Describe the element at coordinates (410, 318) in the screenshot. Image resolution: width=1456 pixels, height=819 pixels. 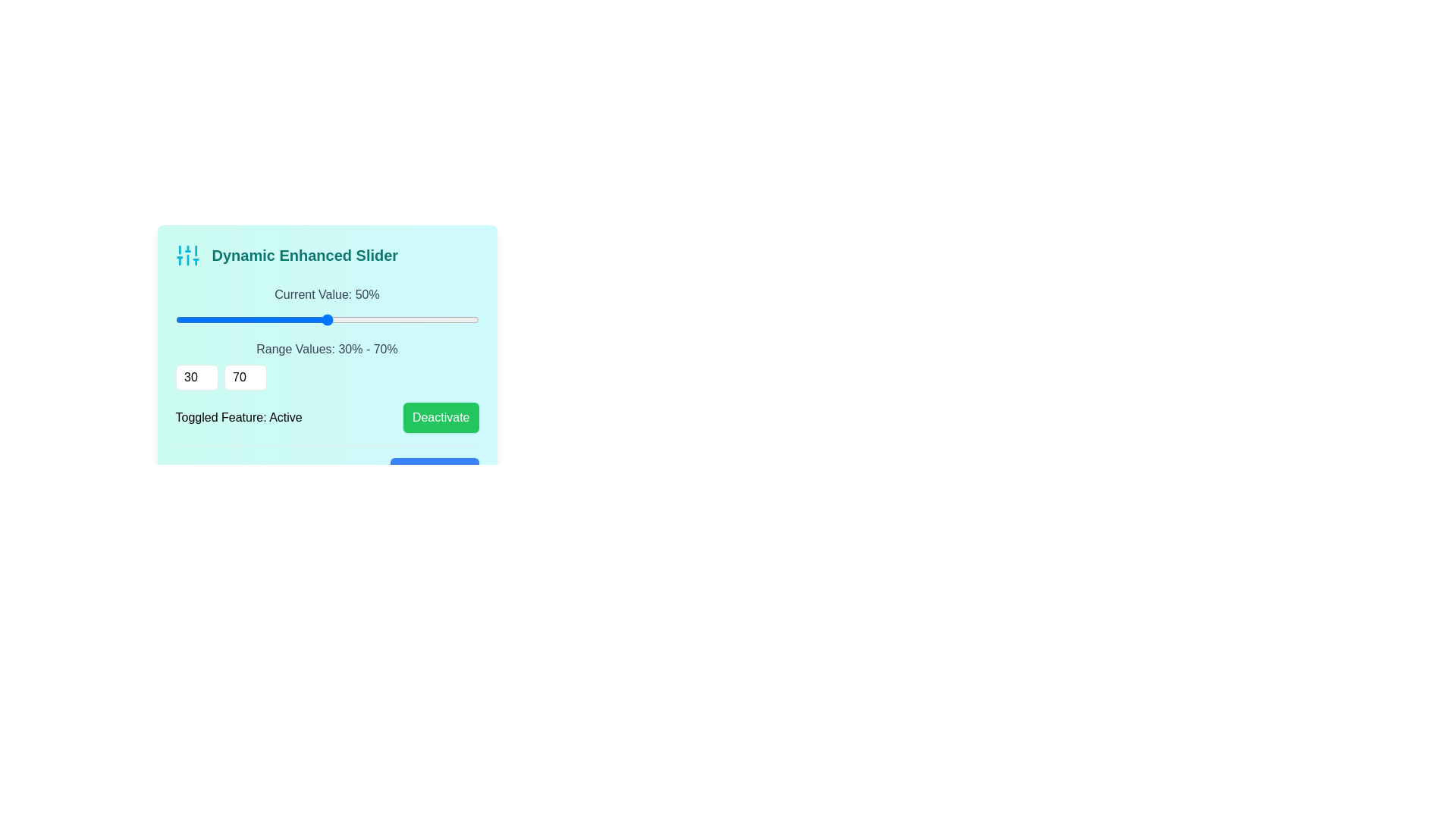
I see `the slider` at that location.